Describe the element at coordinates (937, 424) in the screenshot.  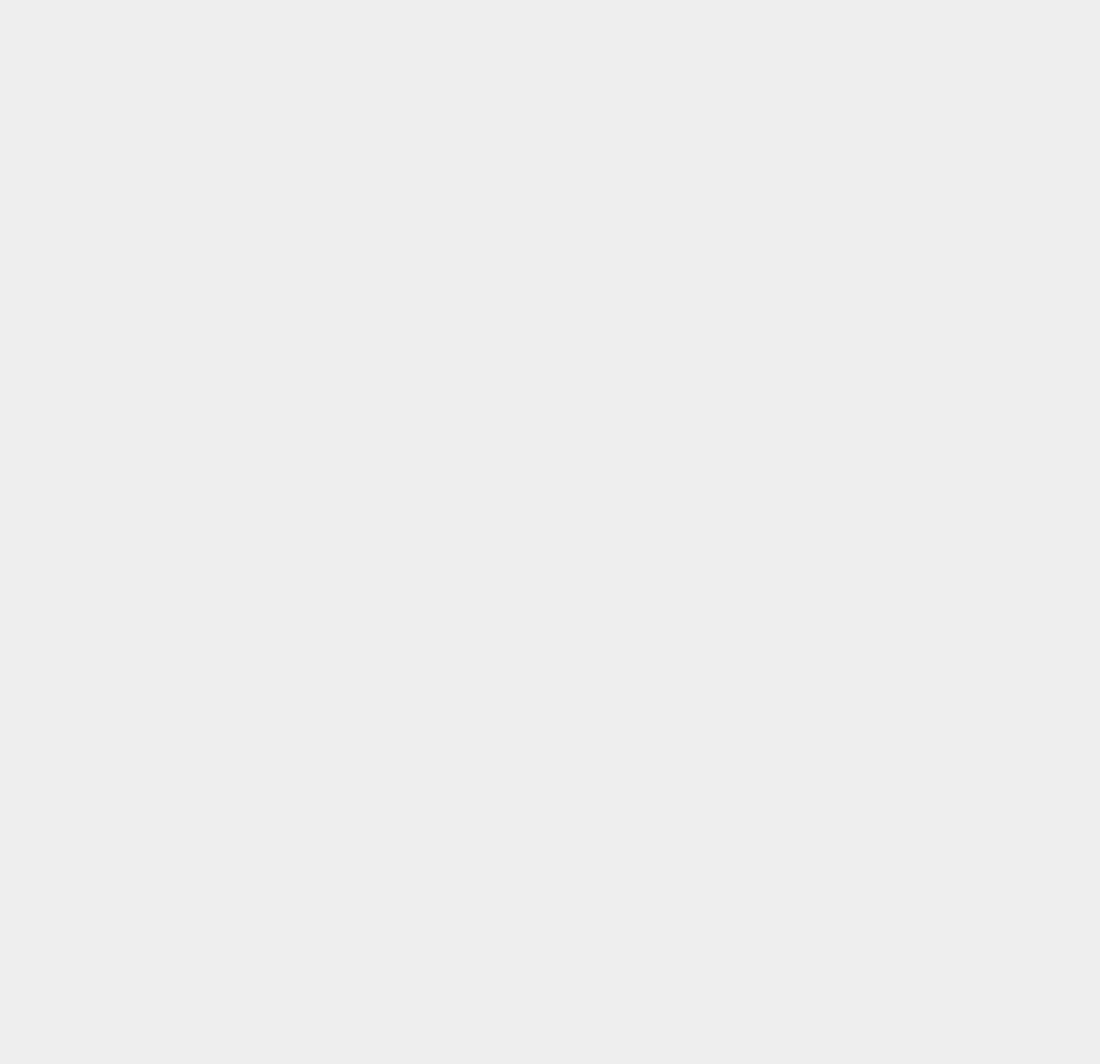
I see `'Download macOS 13.6.2 Ventura DMG Final Installer Without App Store'` at that location.